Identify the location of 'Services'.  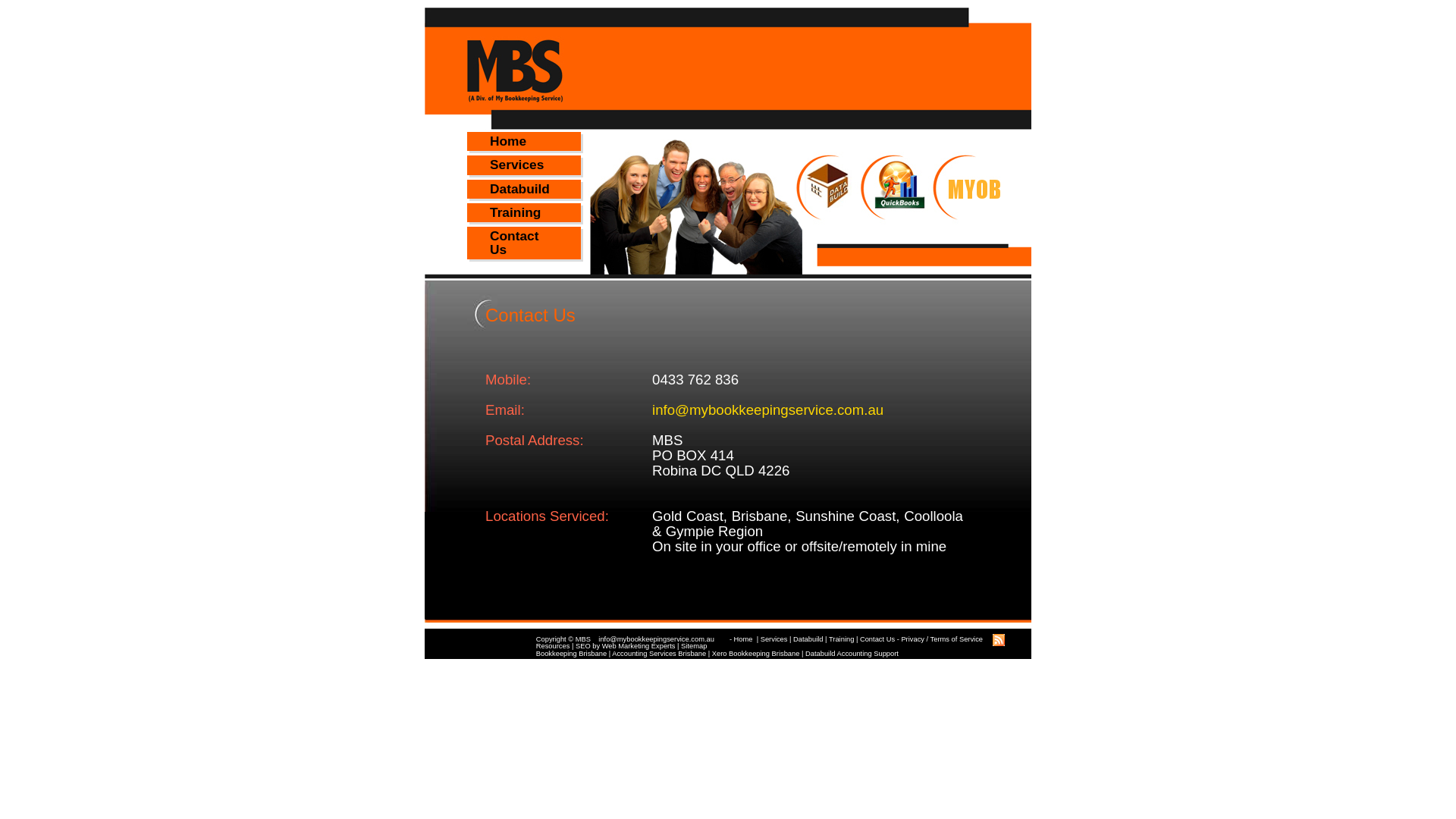
(774, 639).